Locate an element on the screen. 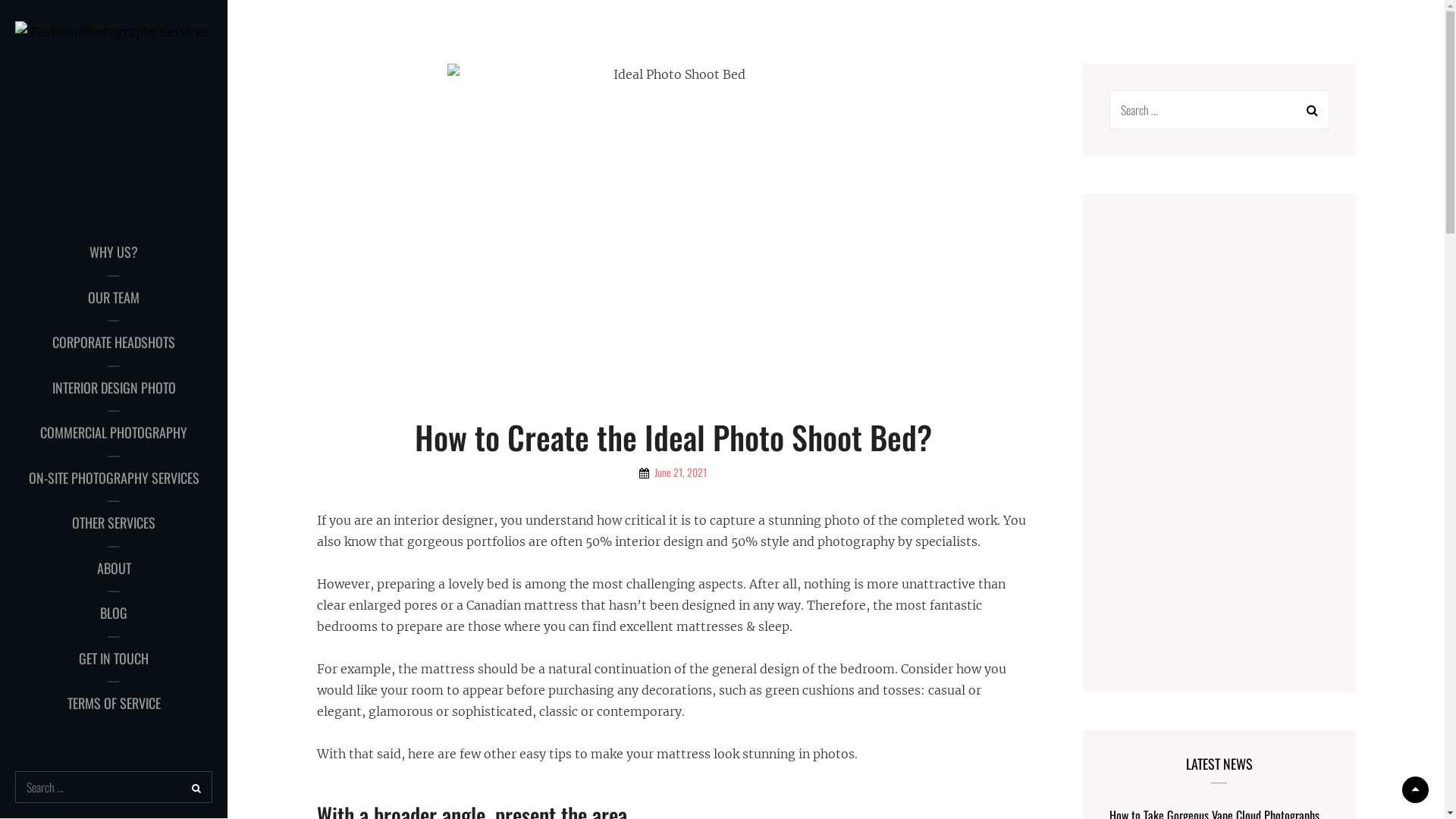 This screenshot has height=819, width=1456. 'OUR TEAM' is located at coordinates (112, 298).